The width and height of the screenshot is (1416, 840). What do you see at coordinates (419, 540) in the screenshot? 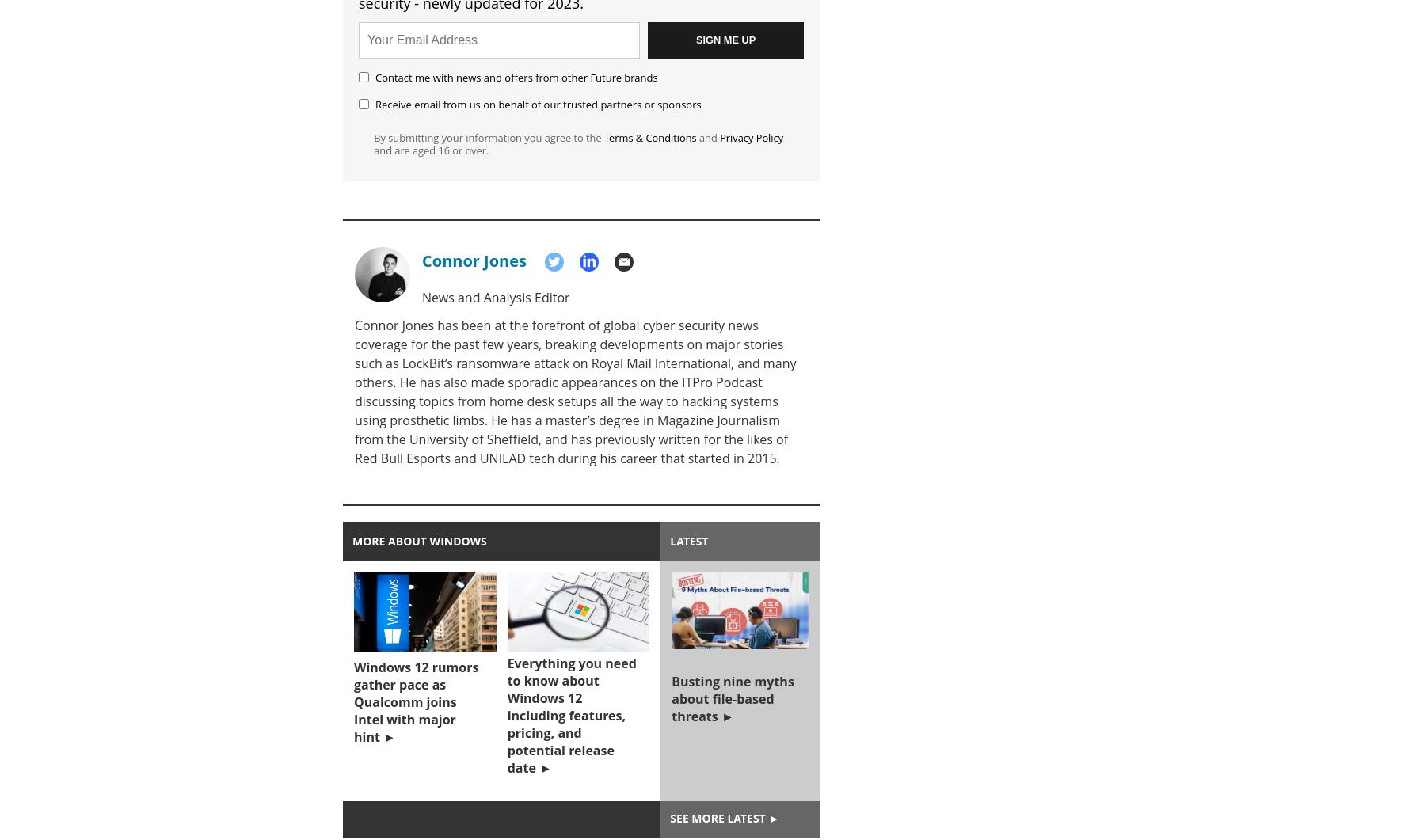
I see `'More about windows'` at bounding box center [419, 540].